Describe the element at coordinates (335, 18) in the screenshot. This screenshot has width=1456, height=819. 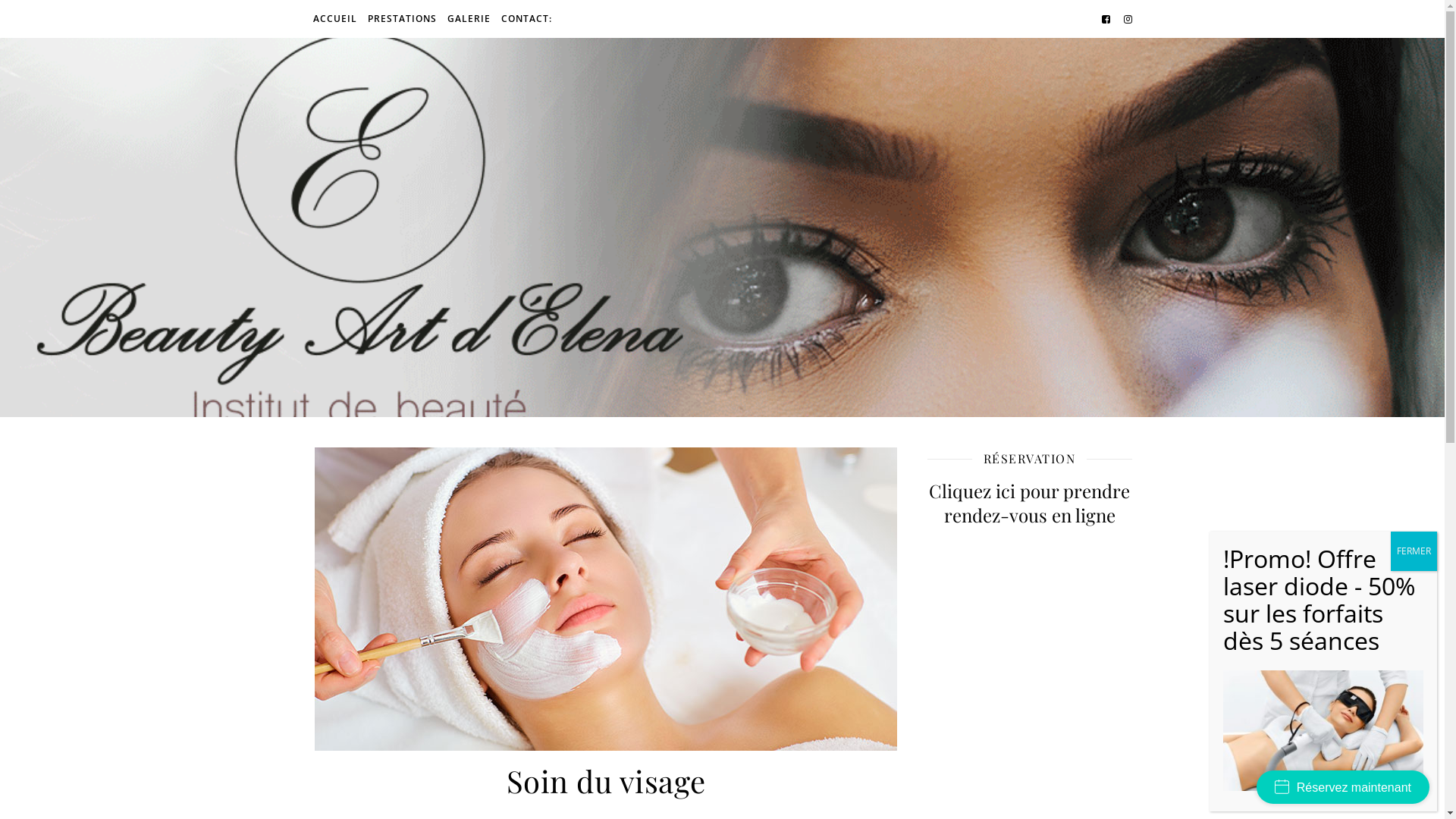
I see `'ACCUEIL'` at that location.